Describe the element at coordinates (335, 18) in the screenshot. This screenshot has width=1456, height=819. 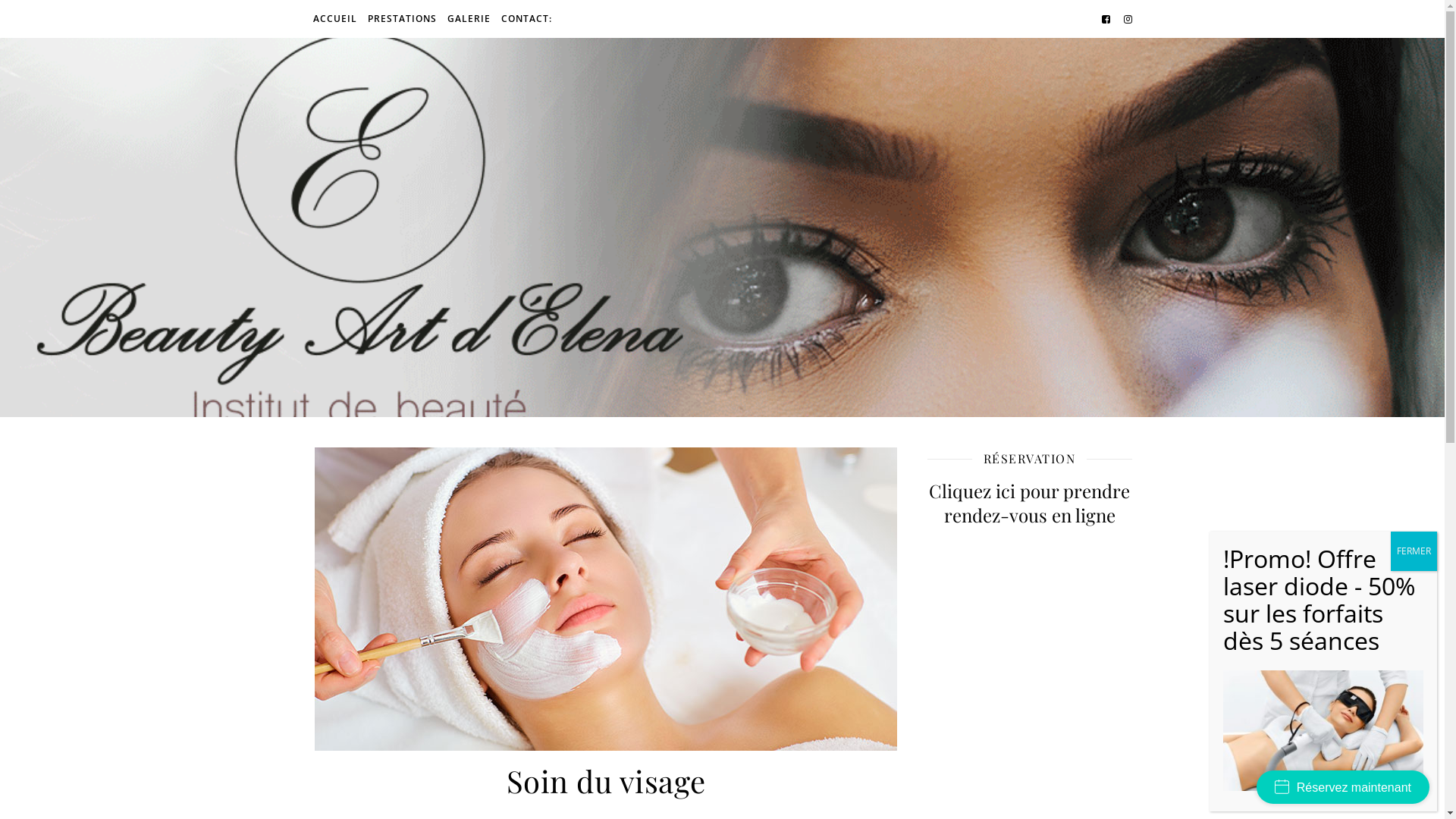
I see `'ACCUEIL'` at that location.